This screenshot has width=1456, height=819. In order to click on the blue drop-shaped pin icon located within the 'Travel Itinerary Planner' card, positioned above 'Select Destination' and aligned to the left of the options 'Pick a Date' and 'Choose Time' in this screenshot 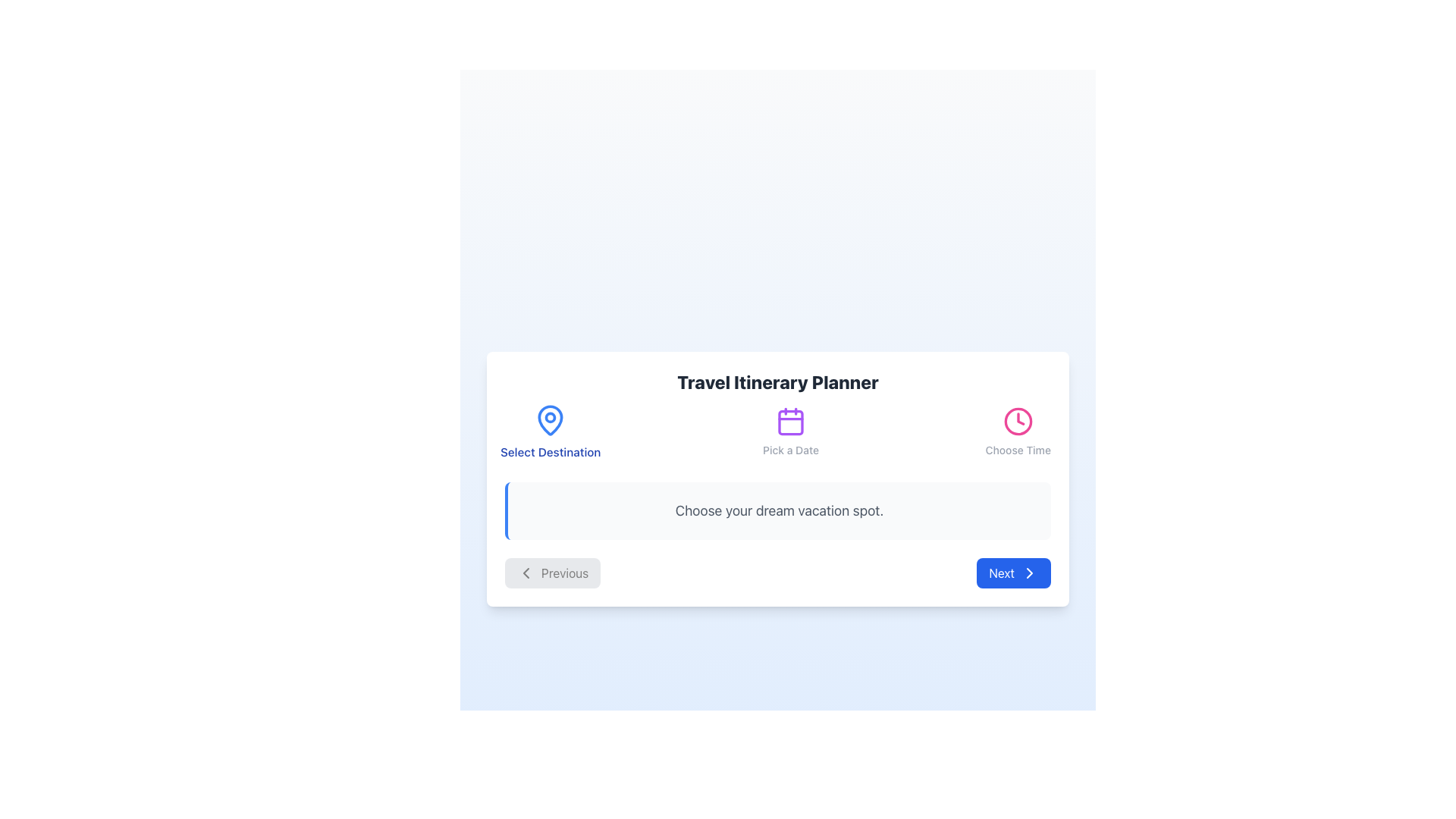, I will do `click(550, 420)`.